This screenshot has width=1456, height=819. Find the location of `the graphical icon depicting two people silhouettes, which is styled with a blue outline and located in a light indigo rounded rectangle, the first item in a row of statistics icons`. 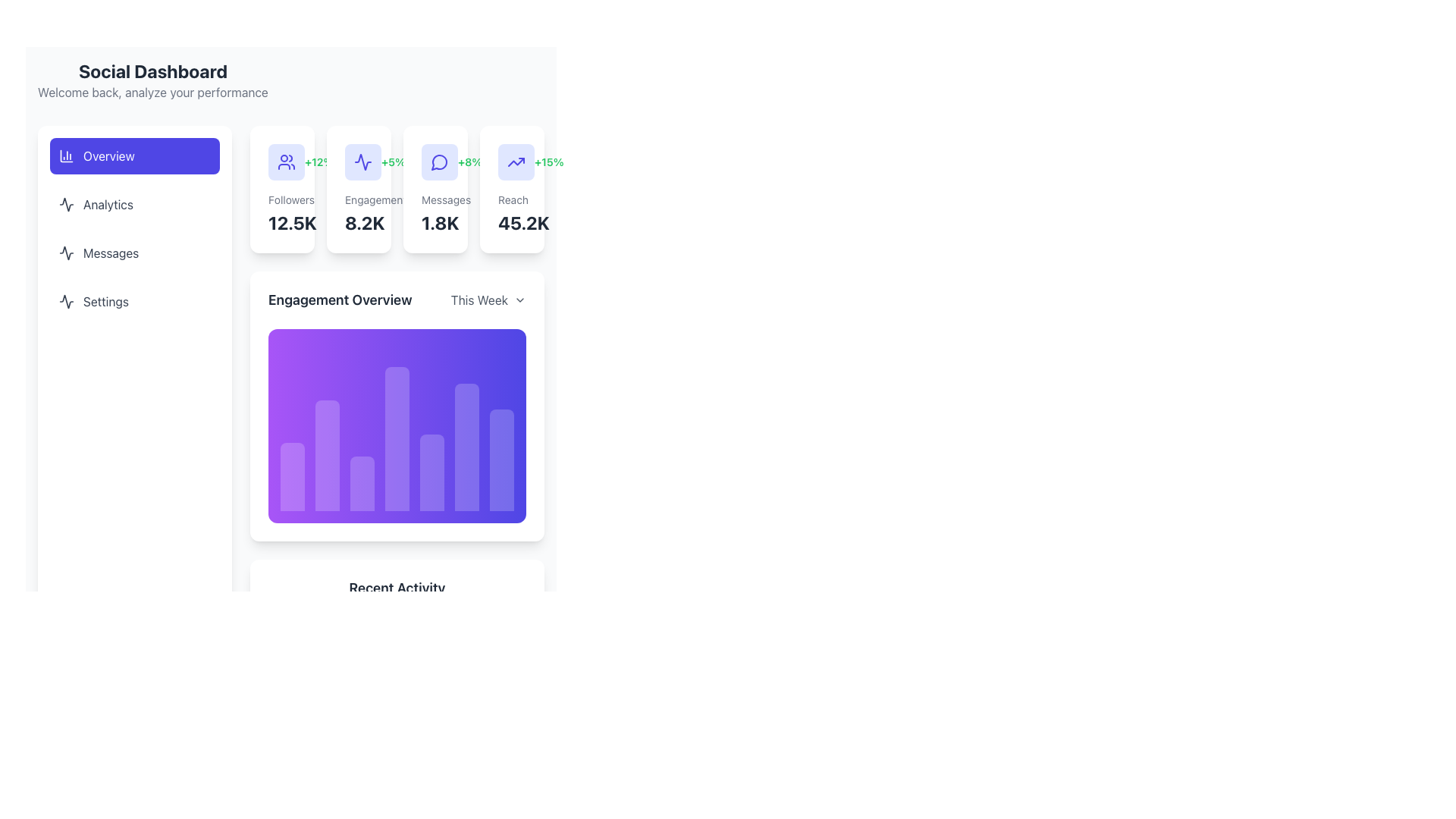

the graphical icon depicting two people silhouettes, which is styled with a blue outline and located in a light indigo rounded rectangle, the first item in a row of statistics icons is located at coordinates (282, 162).